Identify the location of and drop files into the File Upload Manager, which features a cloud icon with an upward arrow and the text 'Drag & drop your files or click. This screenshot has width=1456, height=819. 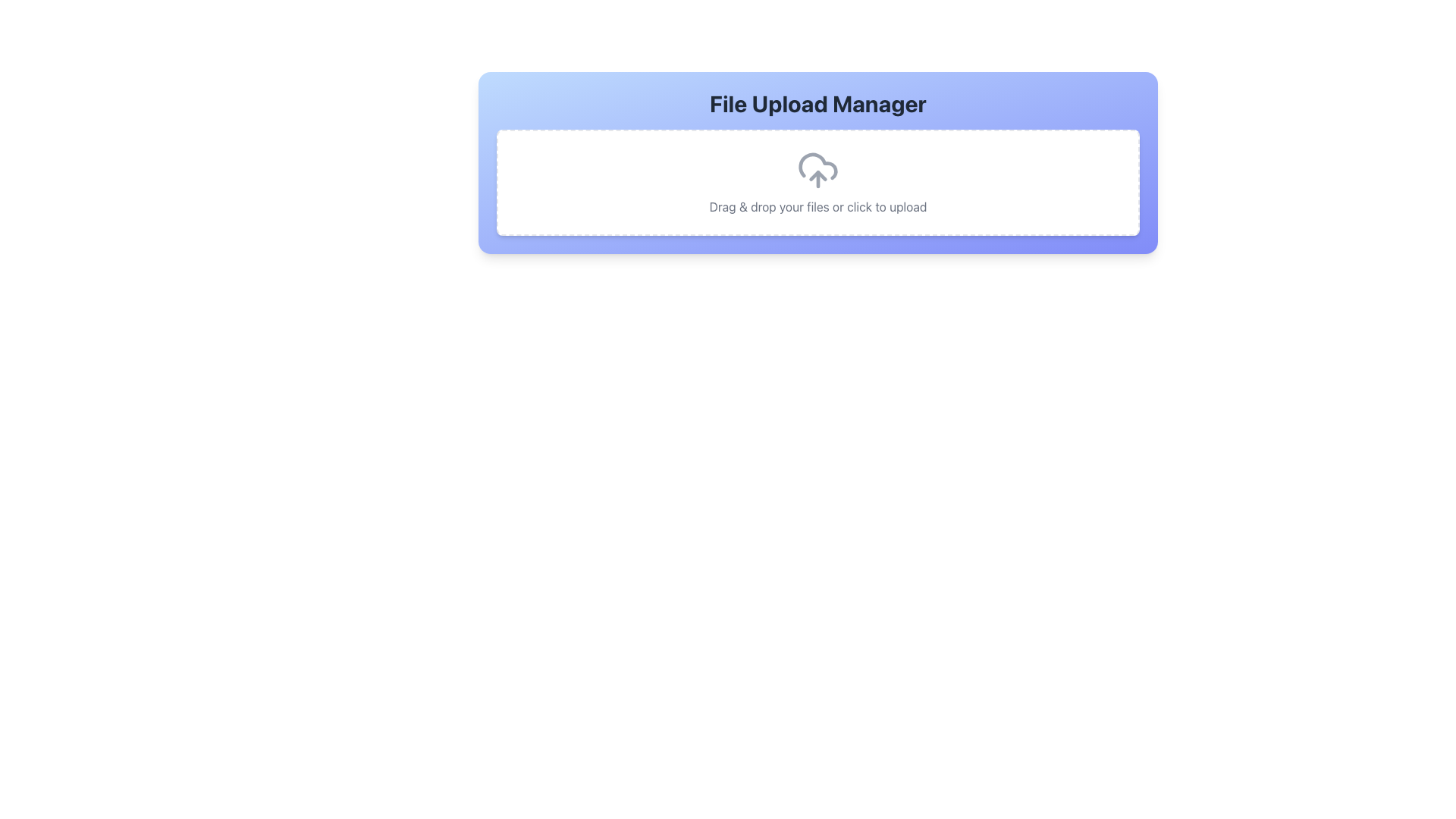
(817, 163).